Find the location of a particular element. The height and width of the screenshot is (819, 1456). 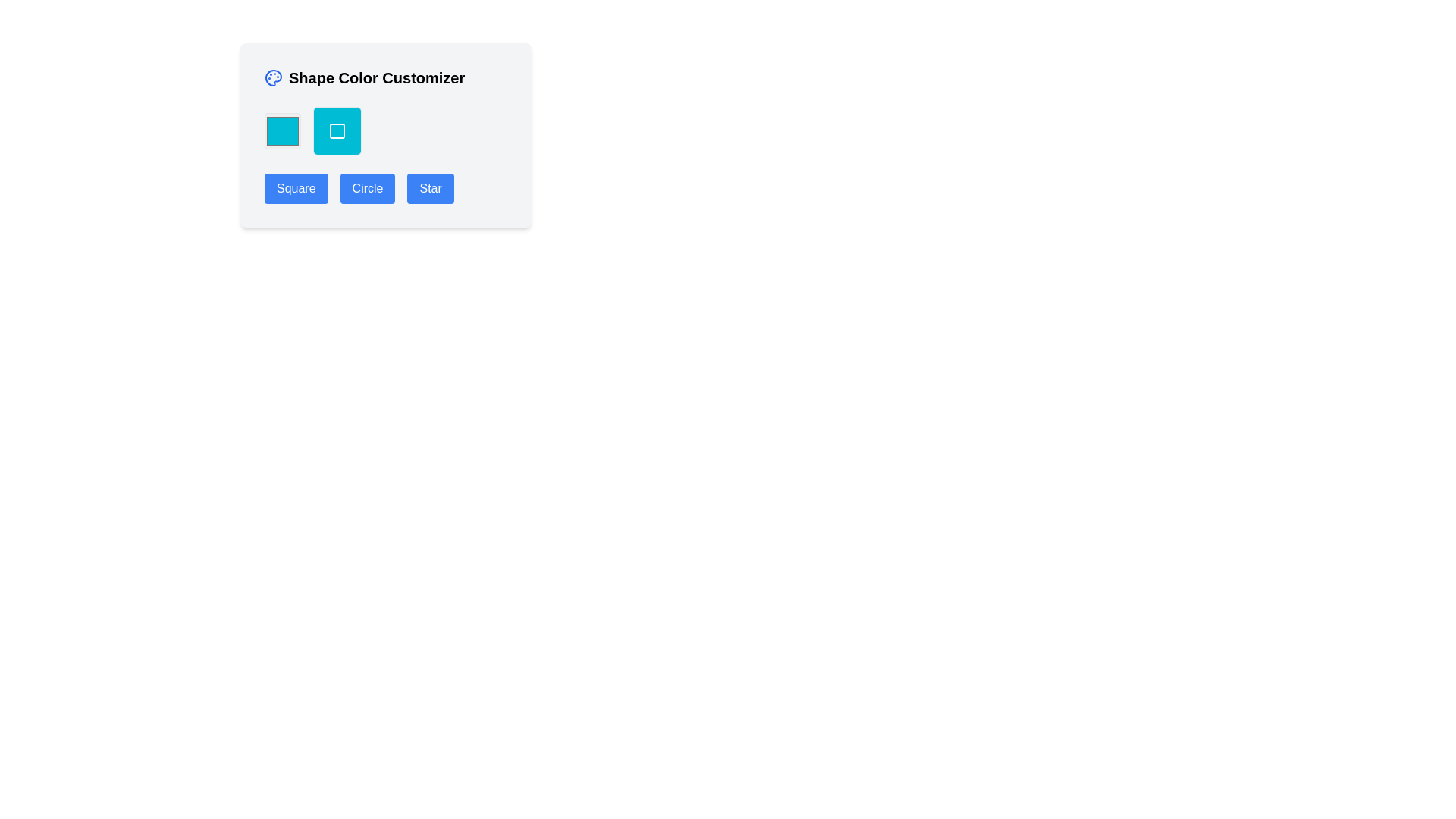

the painter's palette icon styled with blue color, located to the left of the 'Shape Color Customizer' title is located at coordinates (273, 78).